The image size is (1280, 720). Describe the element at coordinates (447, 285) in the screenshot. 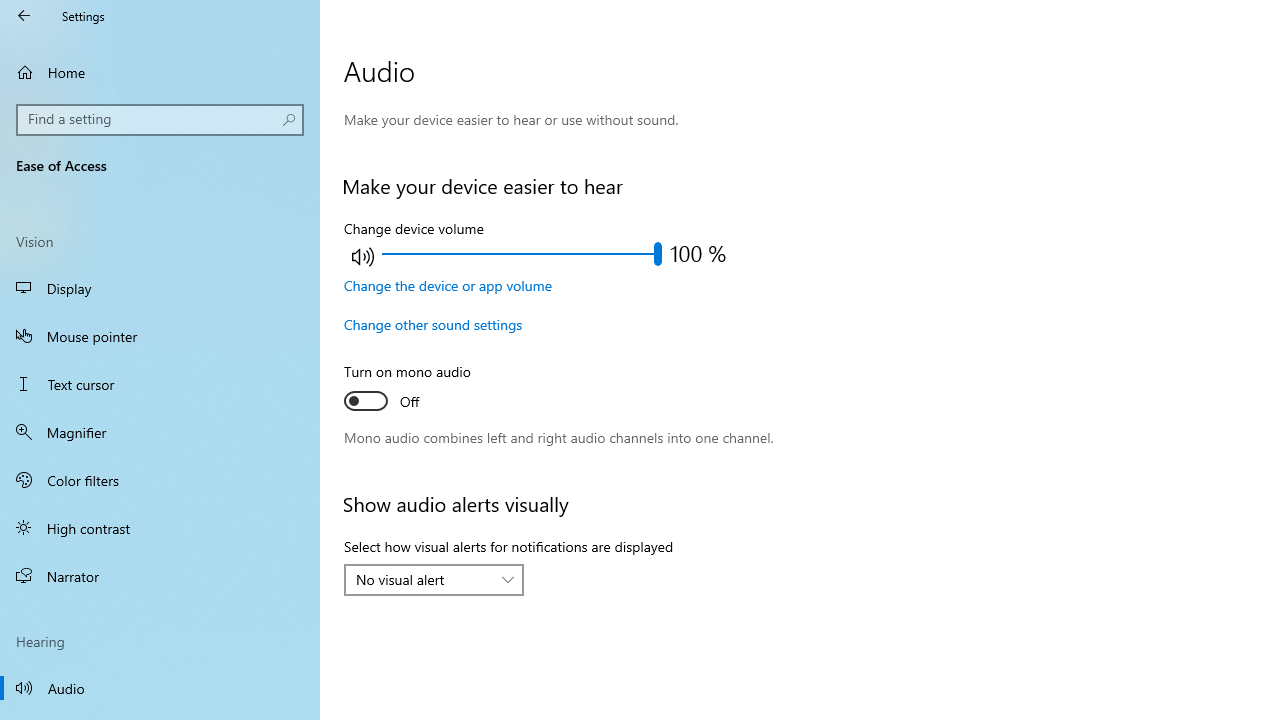

I see `'Change the device or app volume'` at that location.